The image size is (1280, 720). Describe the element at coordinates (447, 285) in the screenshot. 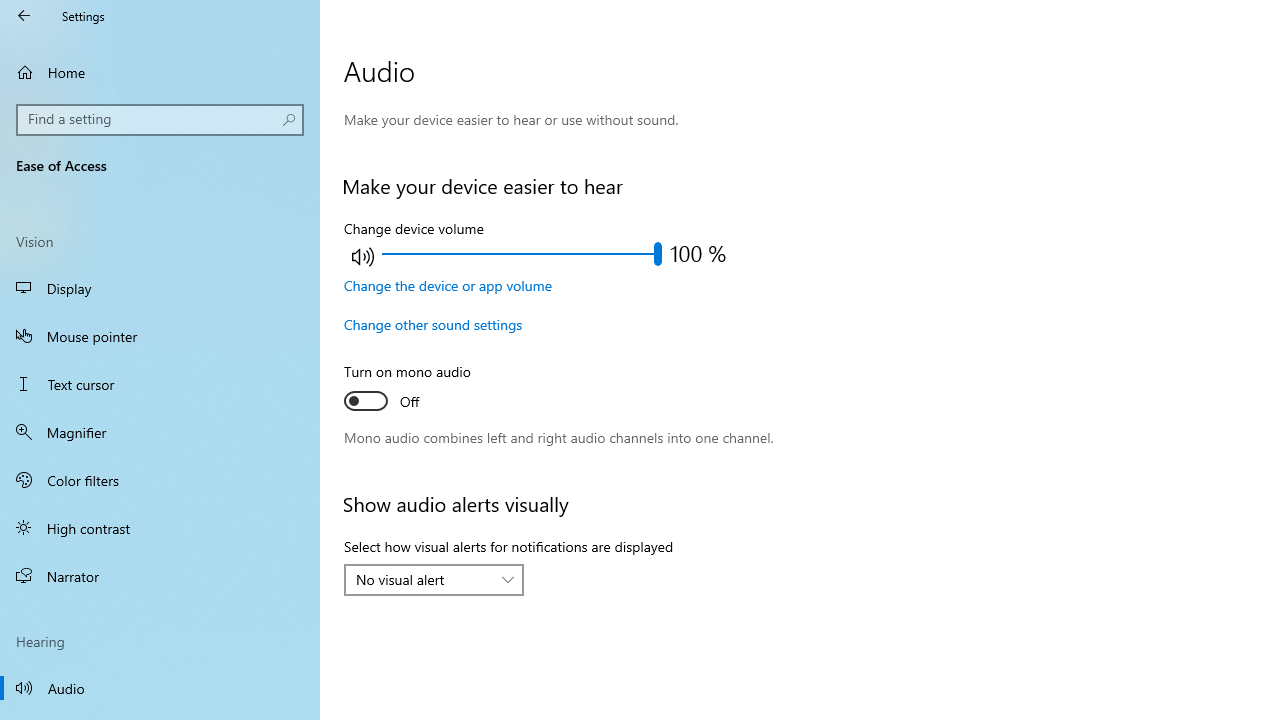

I see `'Change the device or app volume'` at that location.